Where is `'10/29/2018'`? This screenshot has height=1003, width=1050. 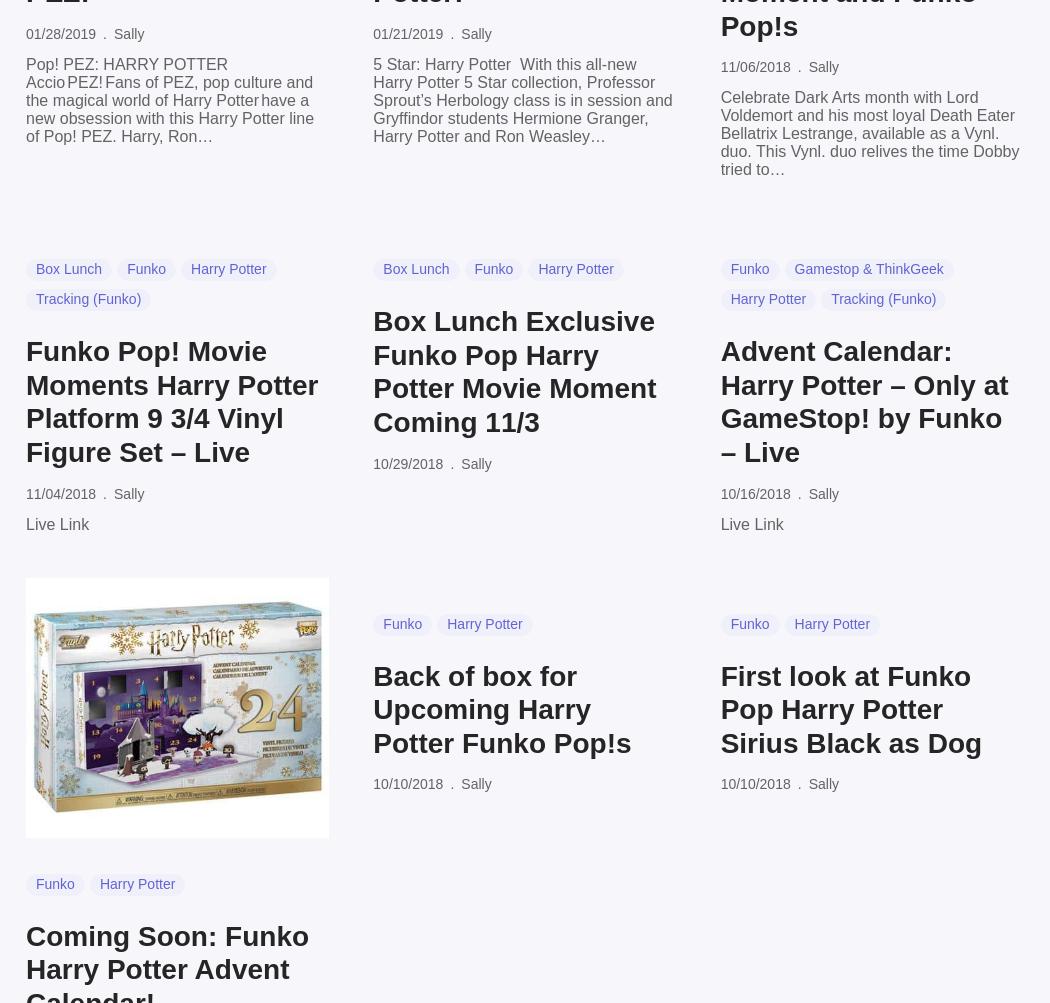 '10/29/2018' is located at coordinates (408, 462).